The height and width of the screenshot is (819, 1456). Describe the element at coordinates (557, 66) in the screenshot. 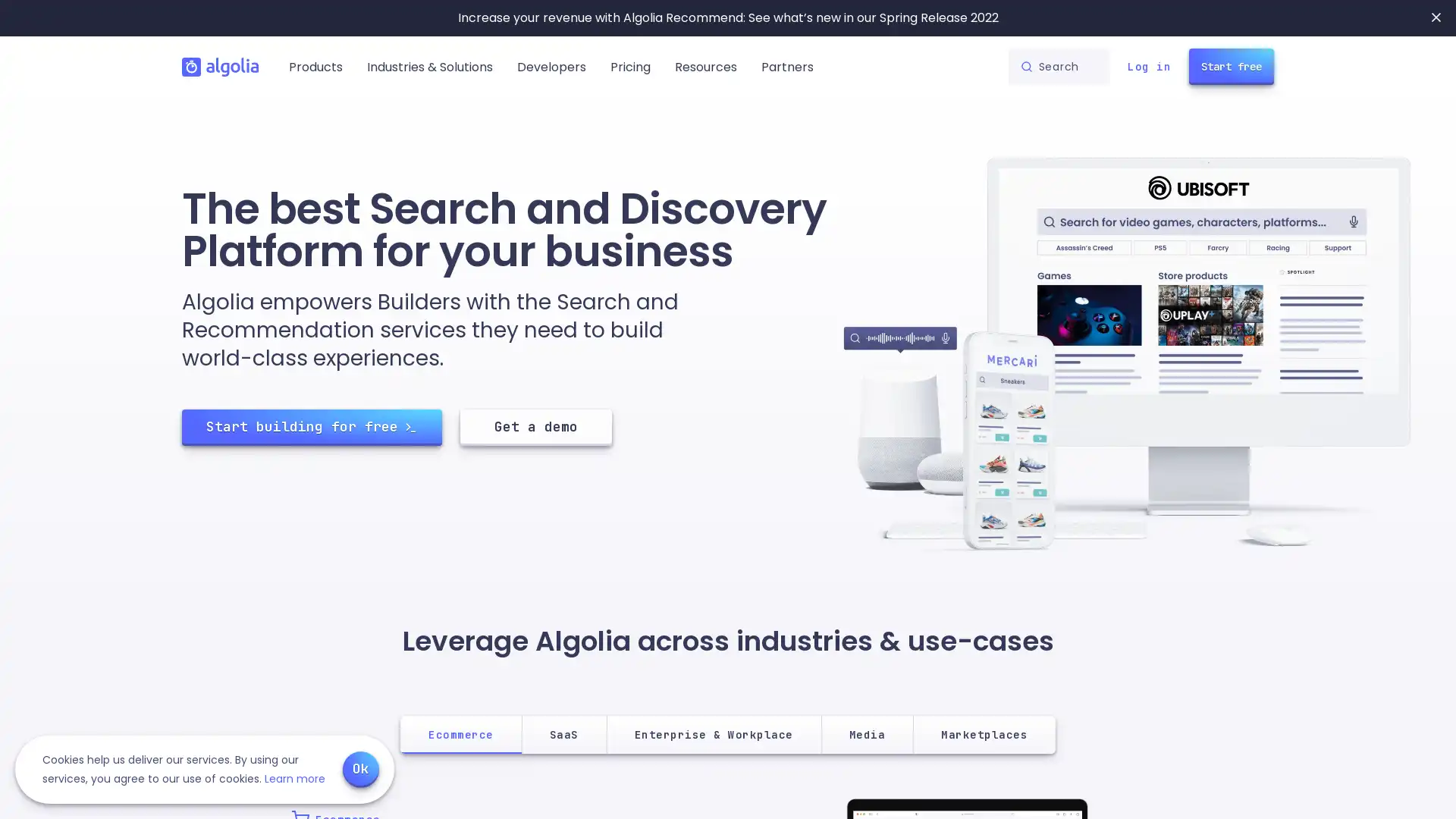

I see `Developers` at that location.